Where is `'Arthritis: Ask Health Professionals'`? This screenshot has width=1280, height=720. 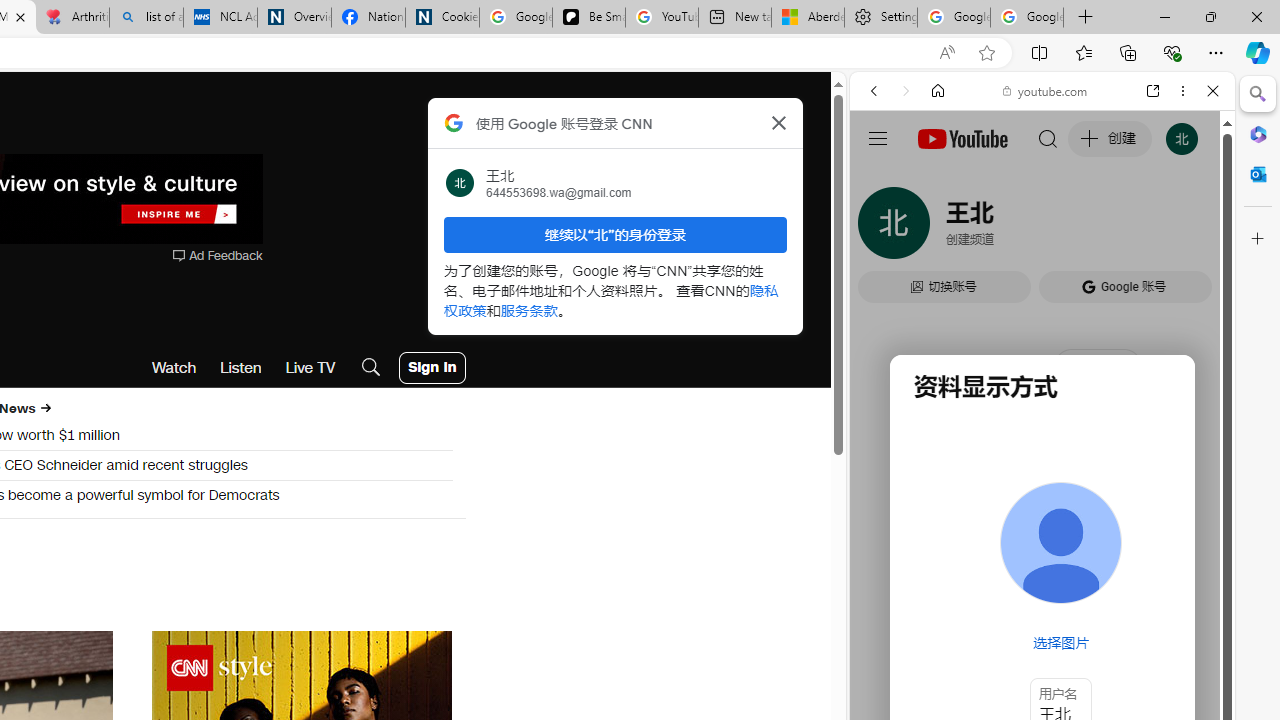
'Arthritis: Ask Health Professionals' is located at coordinates (72, 17).